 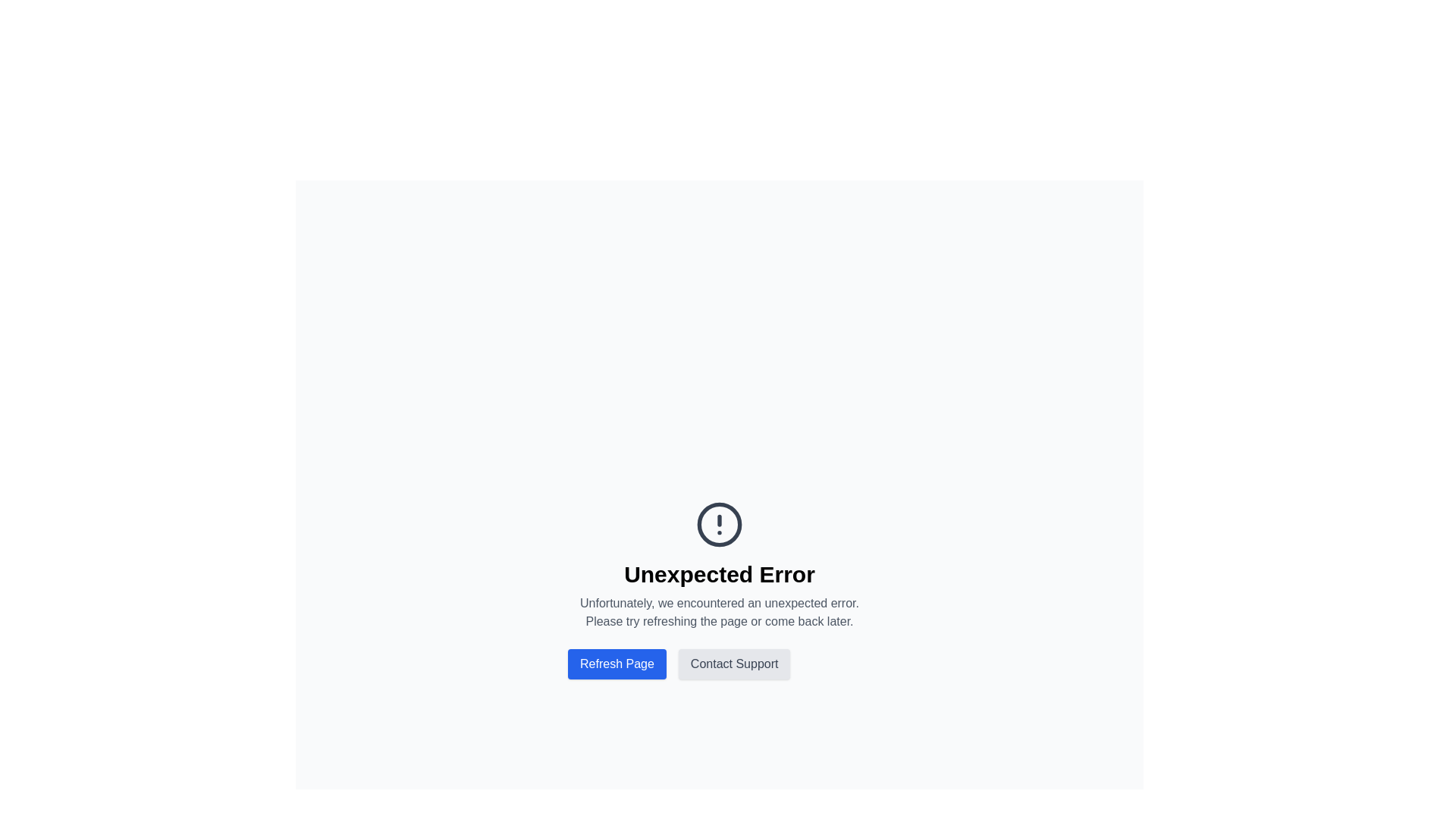 I want to click on the text label that informs the user about an error, located centrally beneath the title 'Unexpected Error', so click(x=719, y=611).